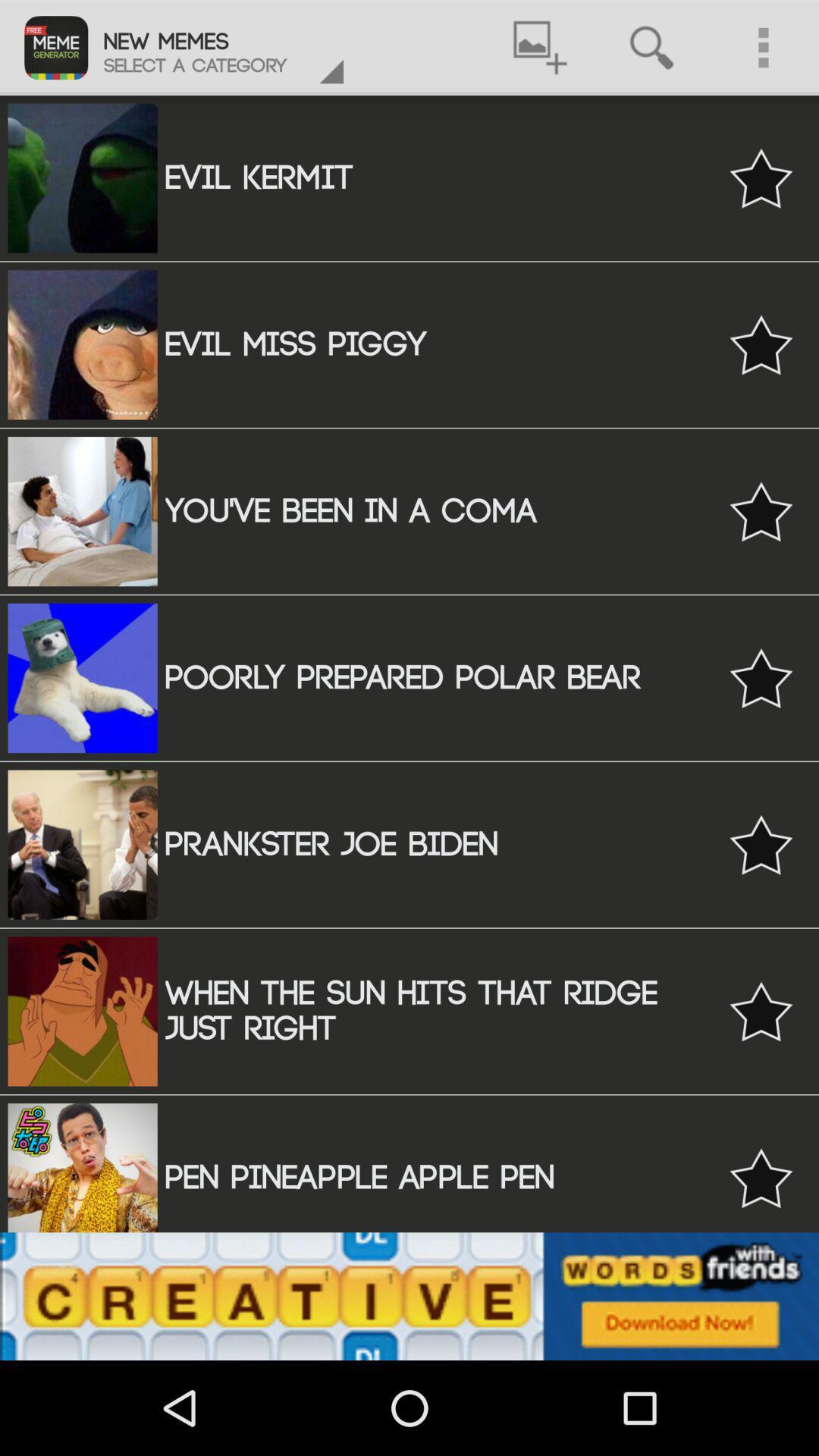 The image size is (819, 1456). What do you see at coordinates (761, 344) in the screenshot?
I see `to favourite` at bounding box center [761, 344].